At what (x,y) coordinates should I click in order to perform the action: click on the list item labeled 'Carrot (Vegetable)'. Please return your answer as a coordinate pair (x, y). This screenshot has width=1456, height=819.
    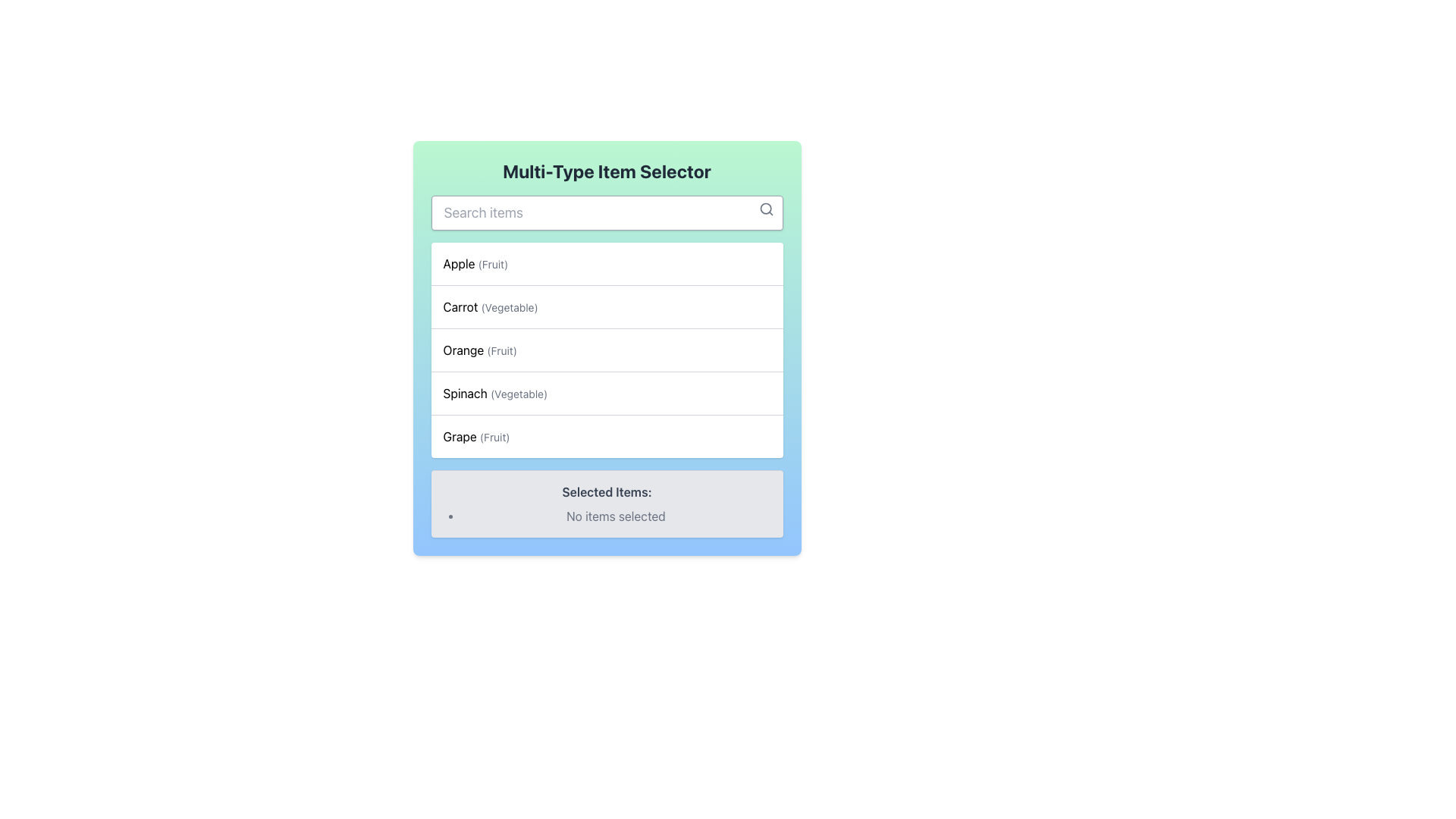
    Looking at the image, I should click on (607, 306).